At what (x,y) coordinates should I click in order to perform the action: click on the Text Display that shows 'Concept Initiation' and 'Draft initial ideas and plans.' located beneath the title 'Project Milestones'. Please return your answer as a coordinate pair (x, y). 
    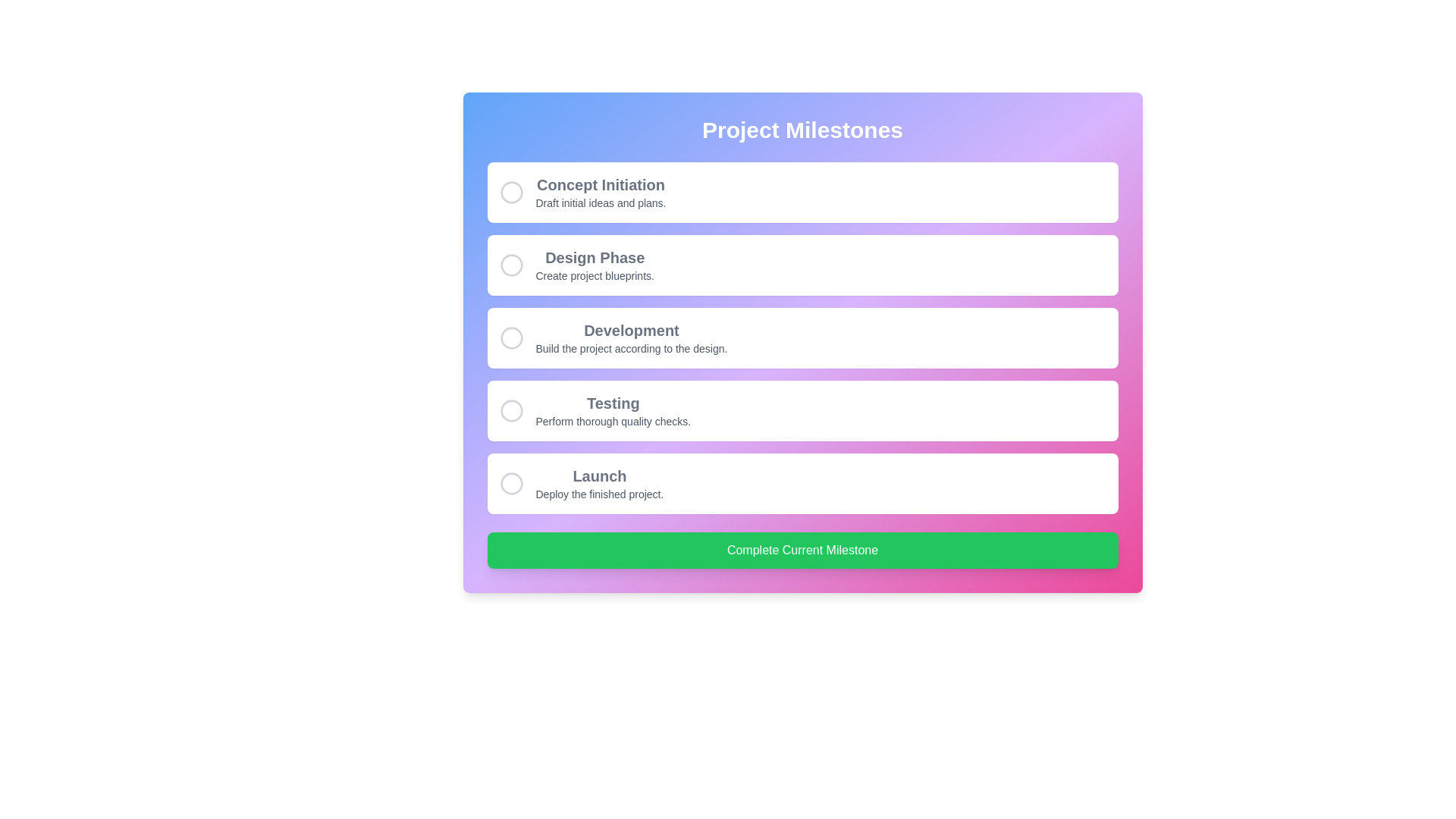
    Looking at the image, I should click on (600, 192).